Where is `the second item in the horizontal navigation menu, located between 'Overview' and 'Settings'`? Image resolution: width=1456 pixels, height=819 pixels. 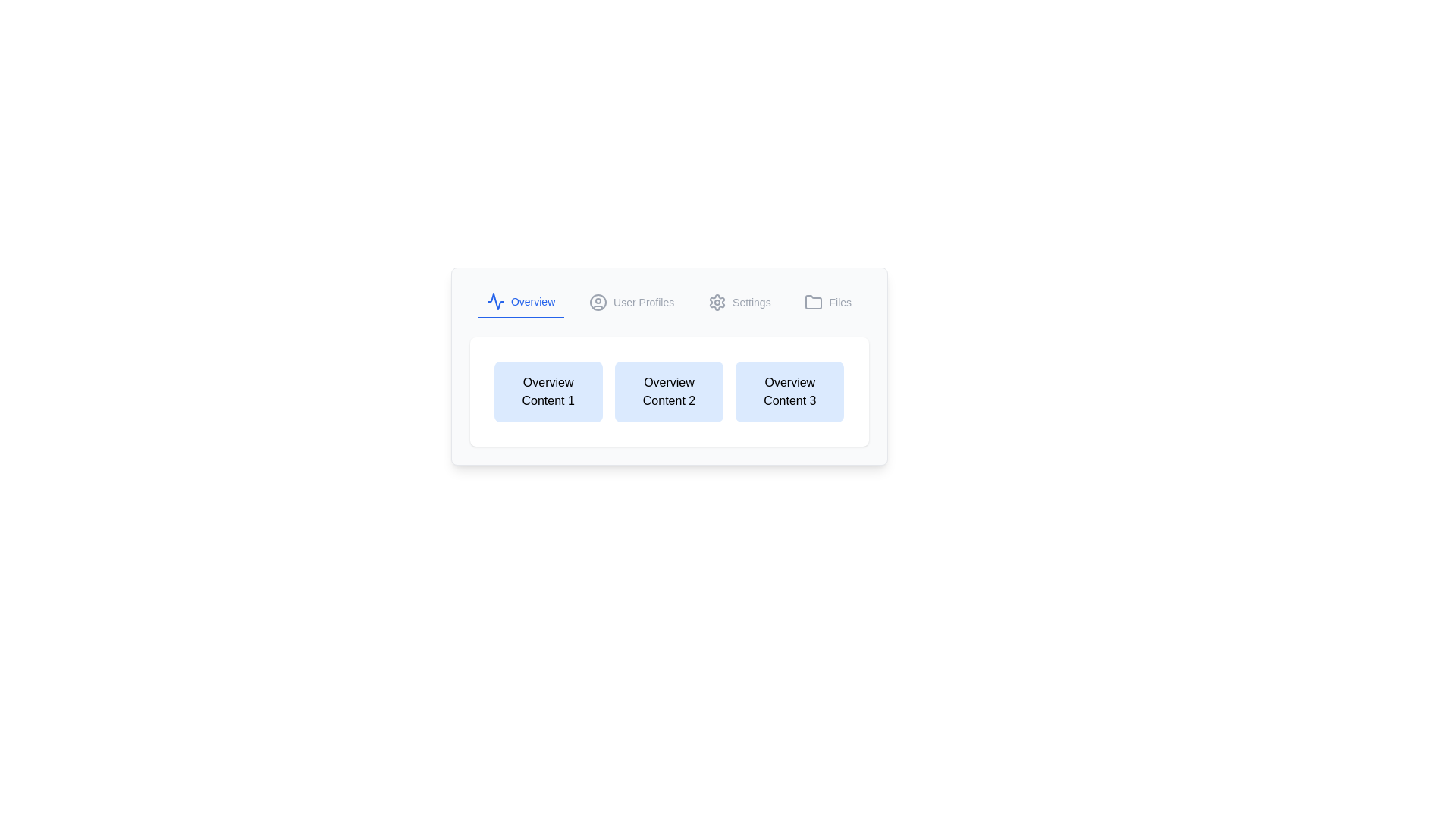 the second item in the horizontal navigation menu, located between 'Overview' and 'Settings' is located at coordinates (632, 302).